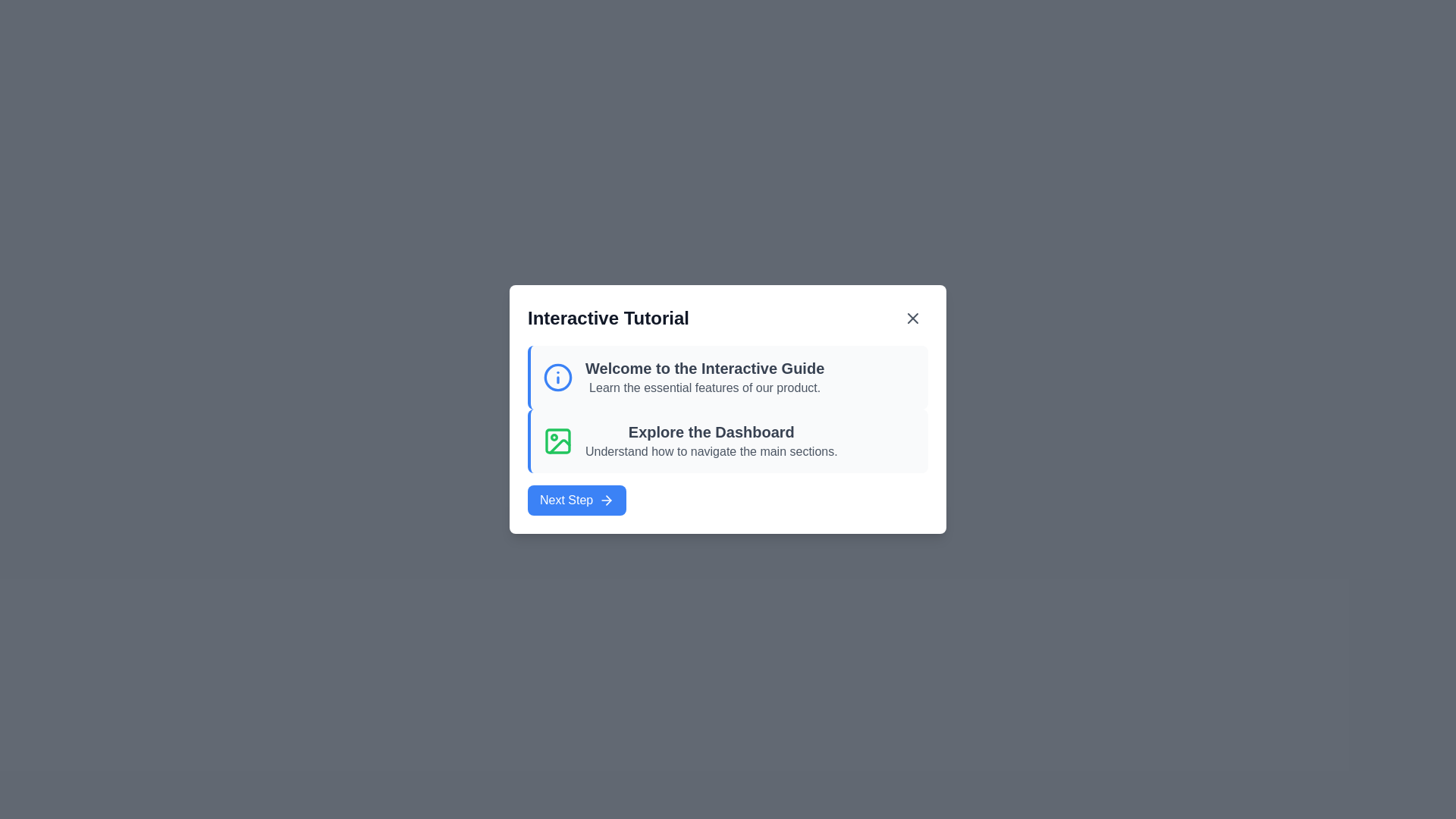 Image resolution: width=1456 pixels, height=819 pixels. Describe the element at coordinates (557, 441) in the screenshot. I see `the rounded rectangle graphical element located on the left side of the 'Explore the Dashboard' tutorial icon` at that location.